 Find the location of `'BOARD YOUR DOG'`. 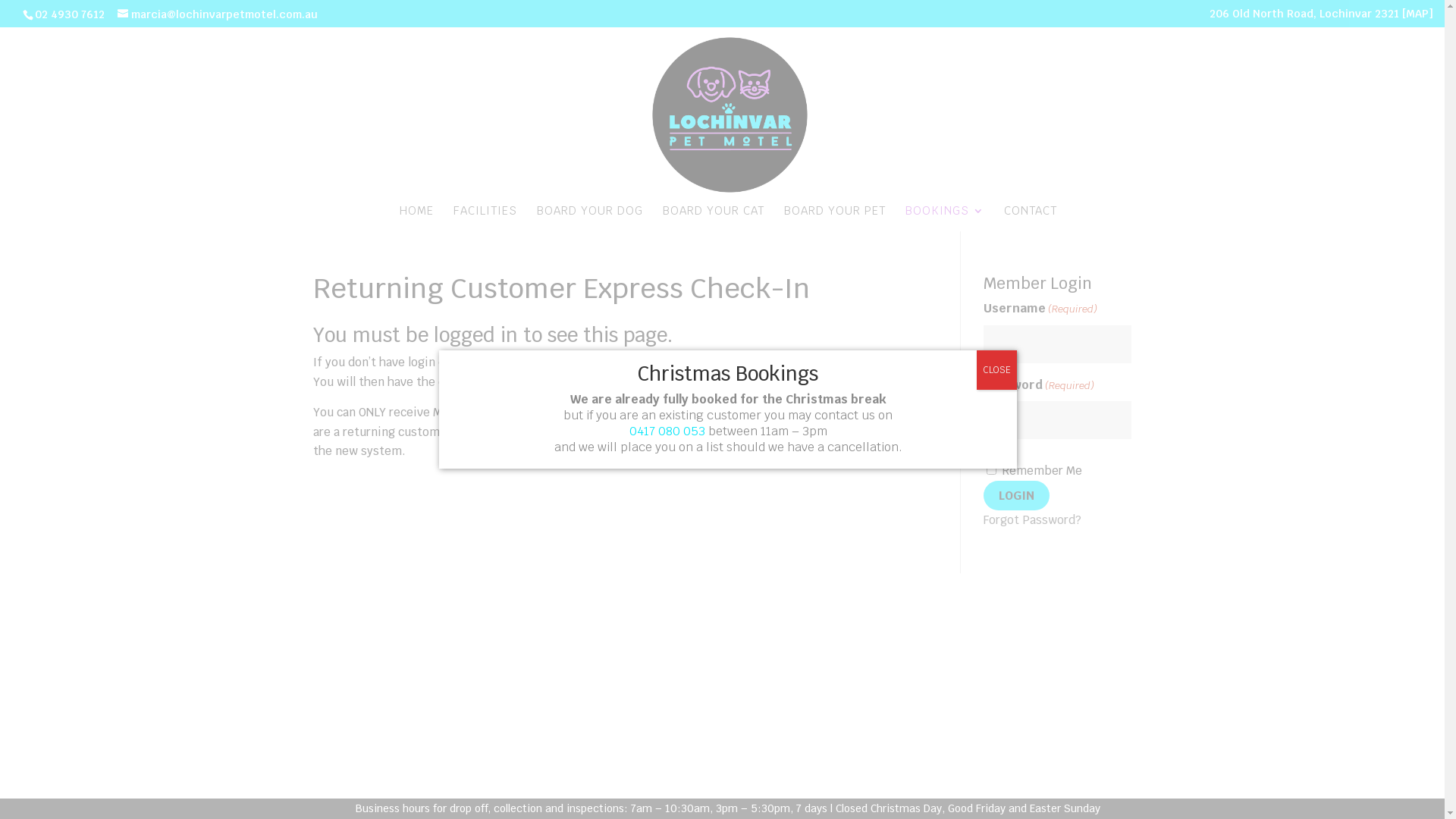

'BOARD YOUR DOG' is located at coordinates (537, 218).